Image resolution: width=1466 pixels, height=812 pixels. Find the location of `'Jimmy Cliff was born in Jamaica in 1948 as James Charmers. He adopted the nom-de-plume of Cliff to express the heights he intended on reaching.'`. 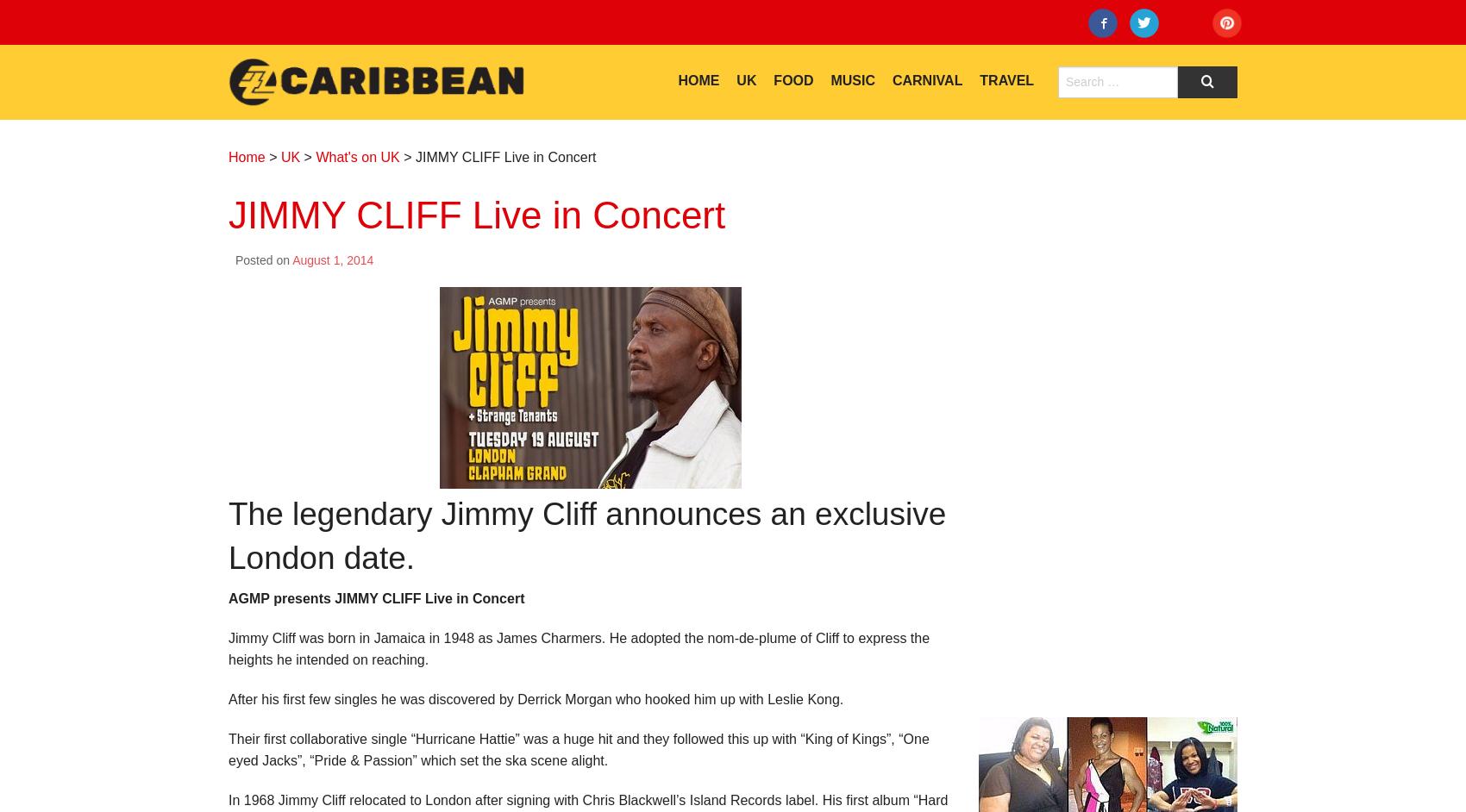

'Jimmy Cliff was born in Jamaica in 1948 as James Charmers. He adopted the nom-de-plume of Cliff to express the heights he intended on reaching.' is located at coordinates (579, 647).